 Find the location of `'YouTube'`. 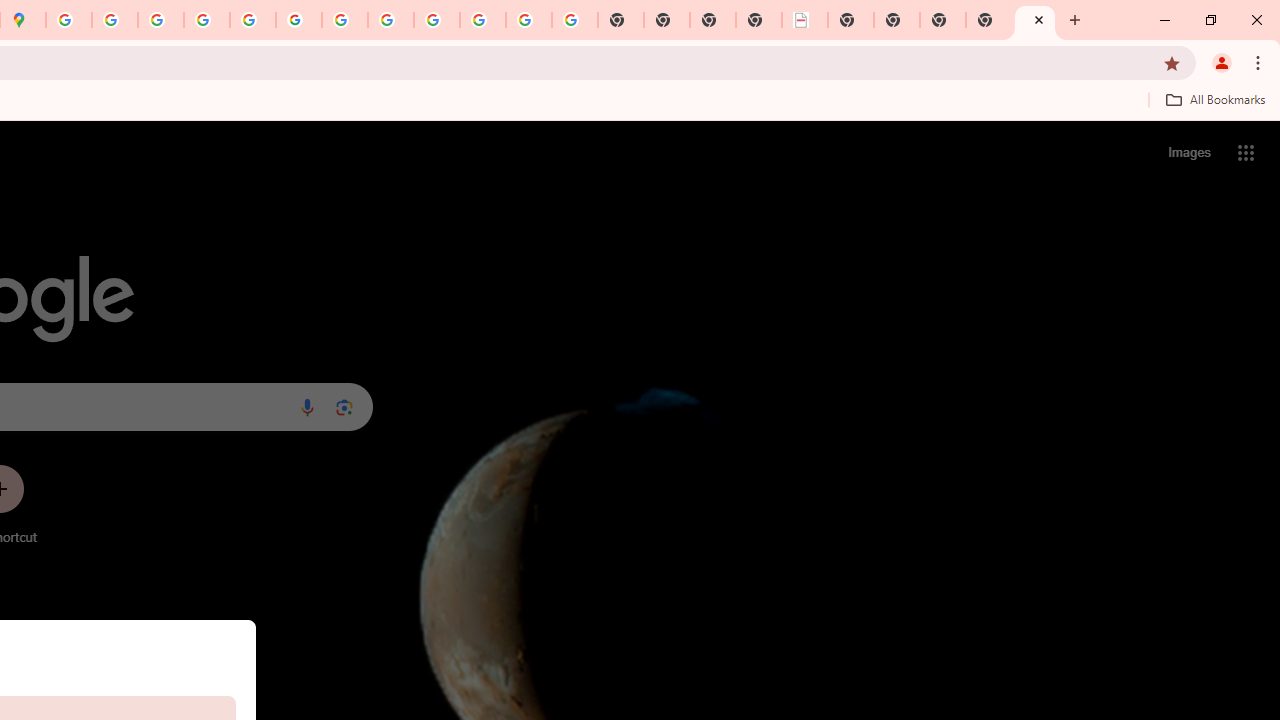

'YouTube' is located at coordinates (345, 20).